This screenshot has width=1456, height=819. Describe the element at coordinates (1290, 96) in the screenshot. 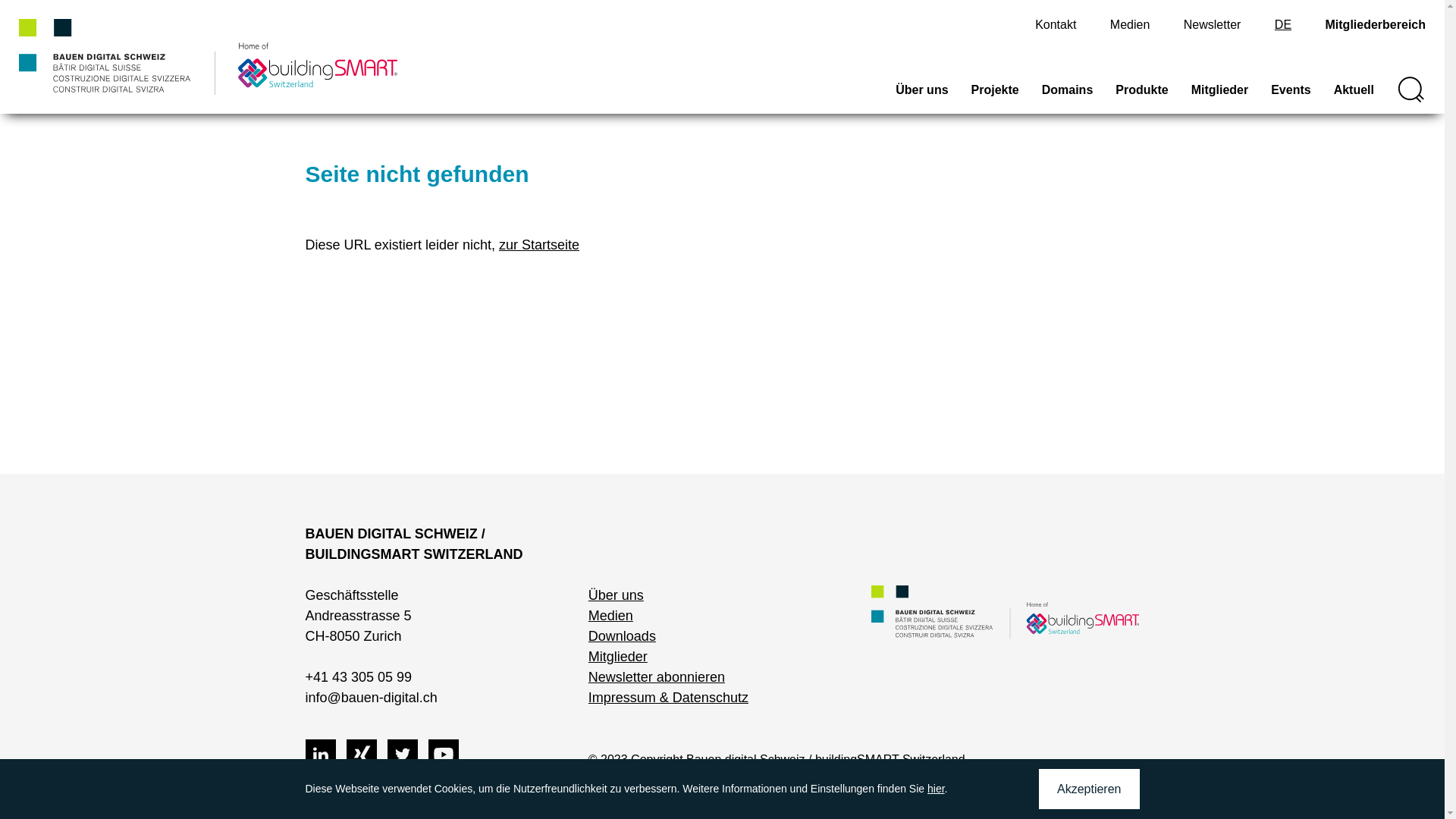

I see `'Events'` at that location.